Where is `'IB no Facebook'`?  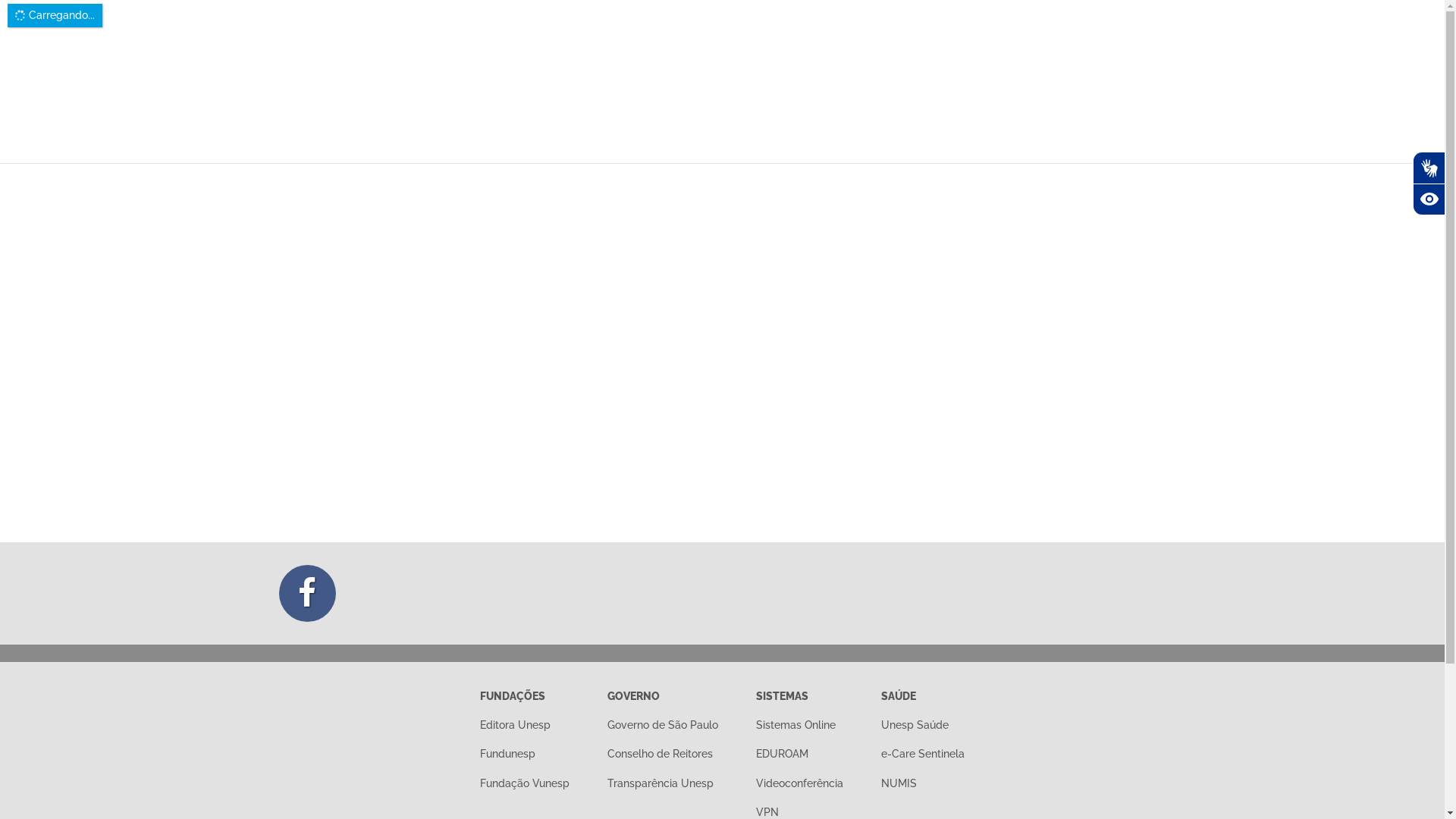
'IB no Facebook' is located at coordinates (306, 592).